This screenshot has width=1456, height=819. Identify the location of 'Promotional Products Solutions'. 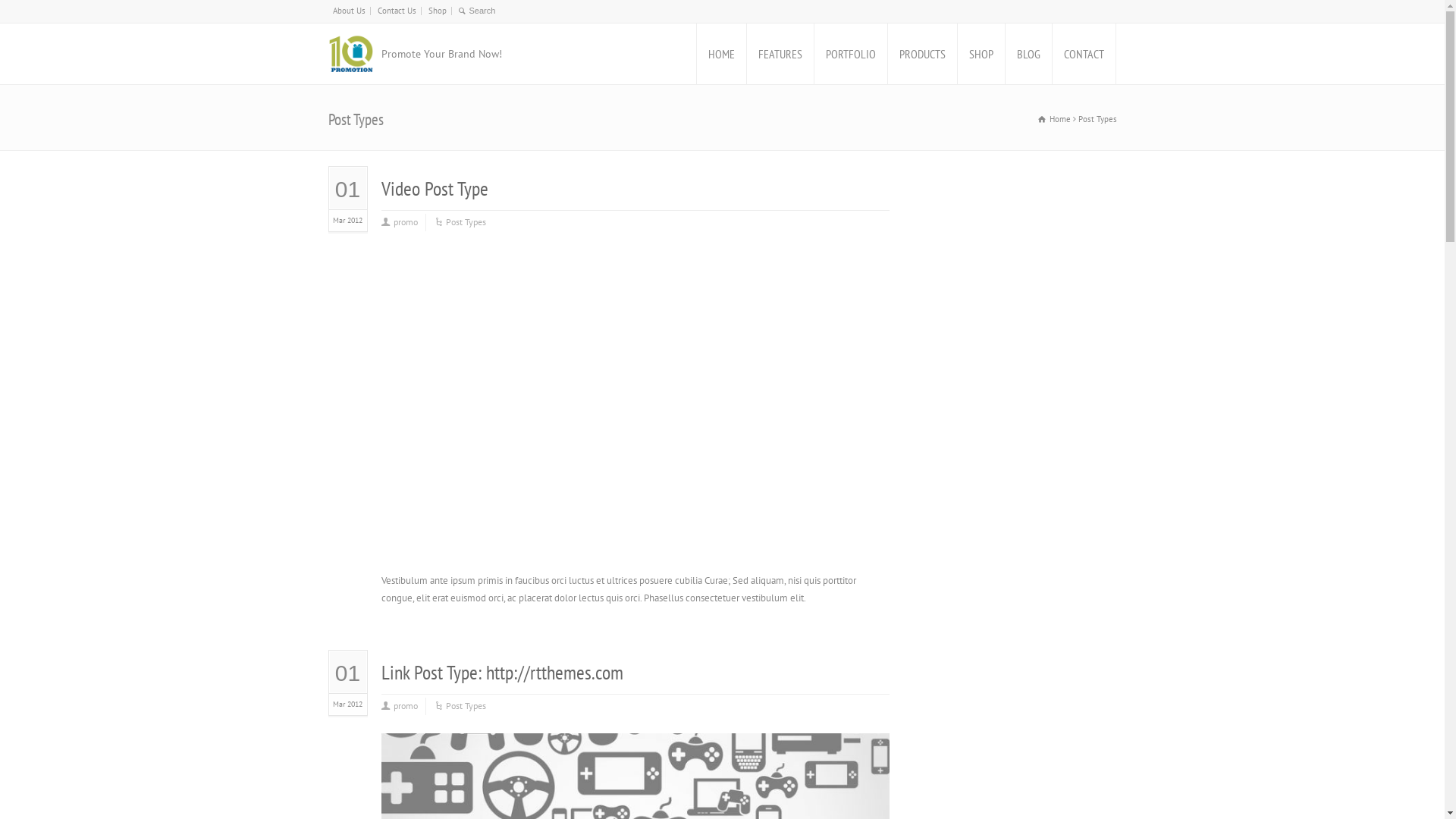
(349, 52).